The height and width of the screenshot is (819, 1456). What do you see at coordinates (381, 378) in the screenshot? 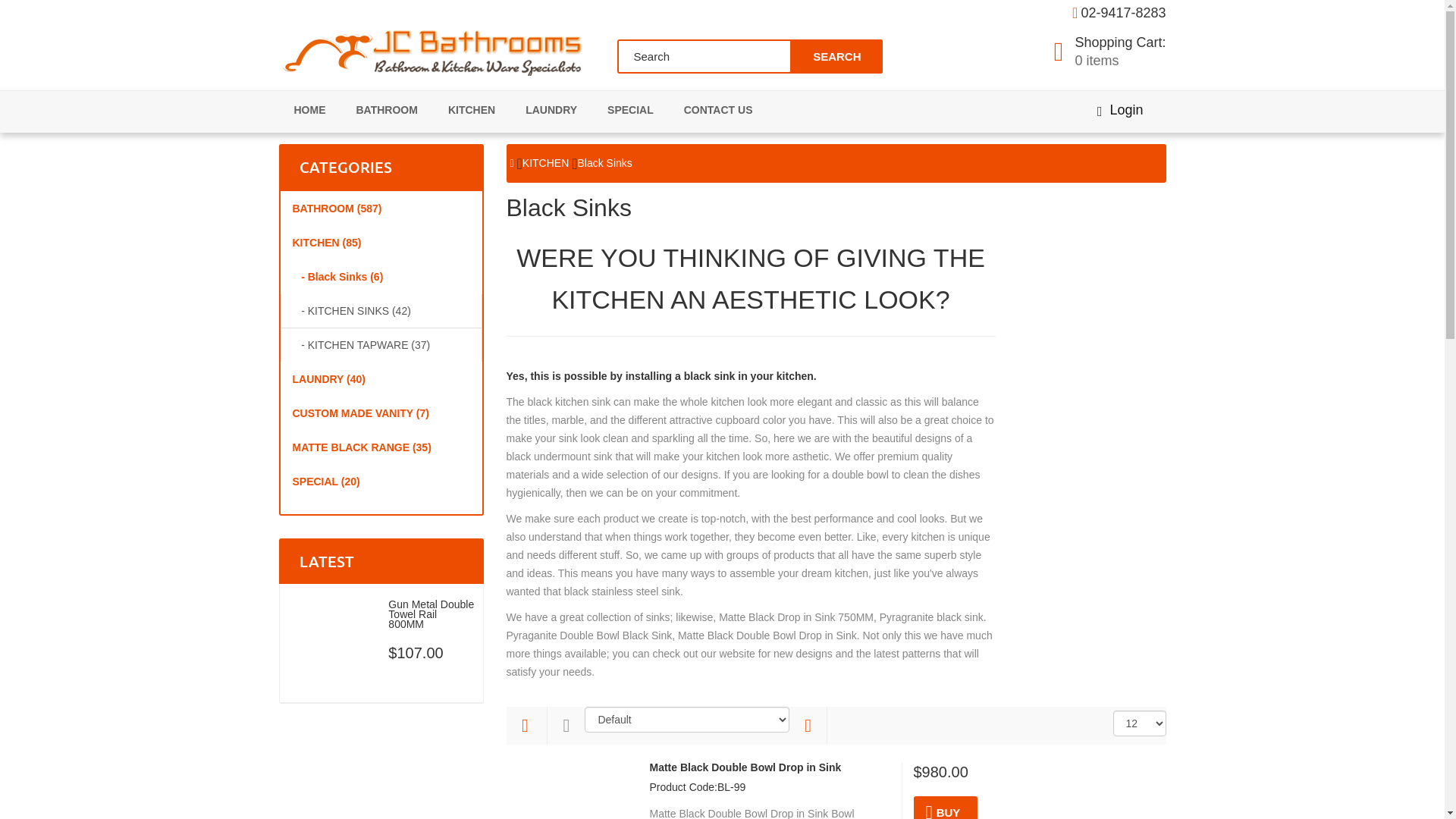
I see `'LAUNDRY (40)'` at bounding box center [381, 378].